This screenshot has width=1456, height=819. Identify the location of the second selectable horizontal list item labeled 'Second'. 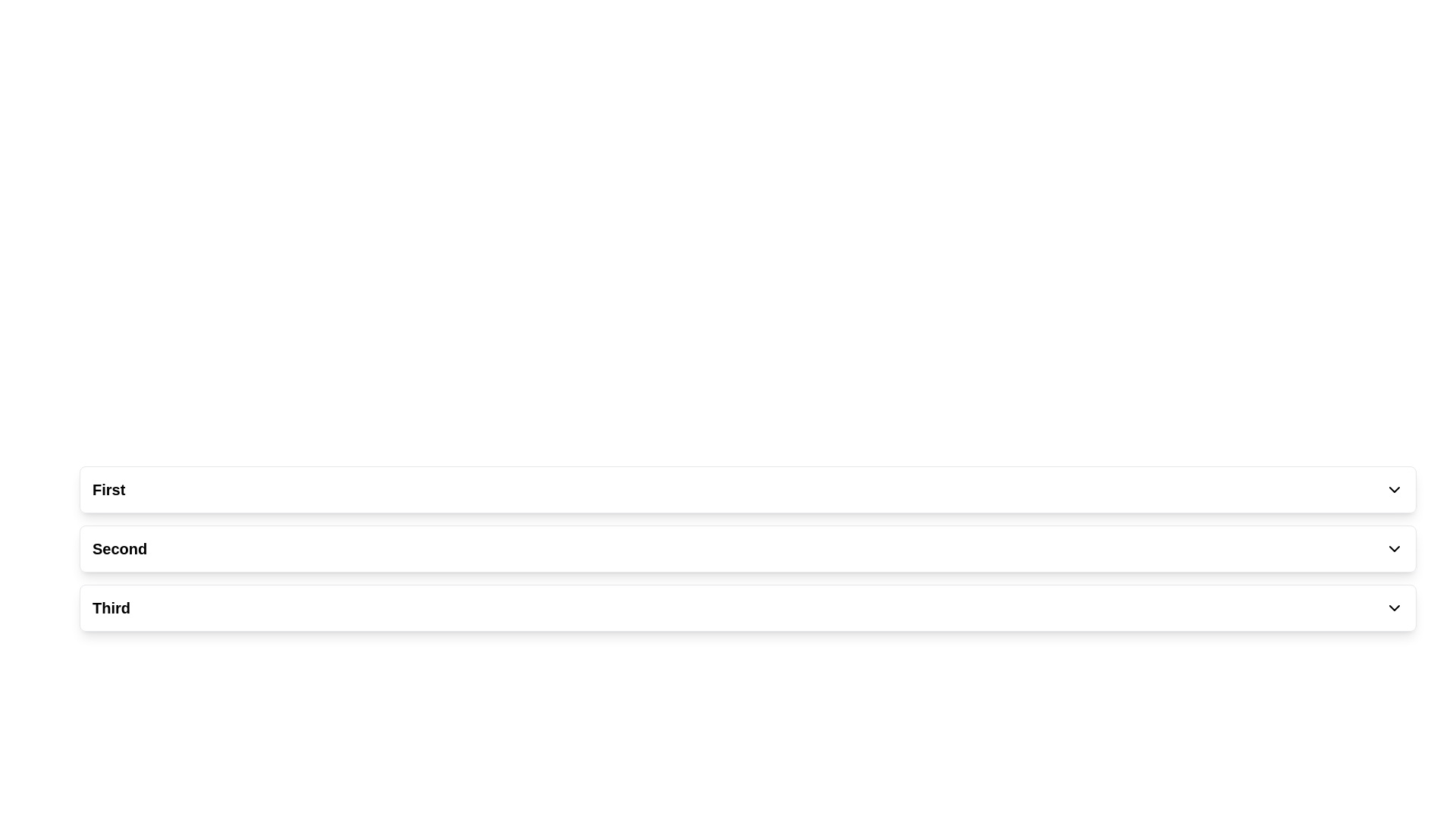
(748, 549).